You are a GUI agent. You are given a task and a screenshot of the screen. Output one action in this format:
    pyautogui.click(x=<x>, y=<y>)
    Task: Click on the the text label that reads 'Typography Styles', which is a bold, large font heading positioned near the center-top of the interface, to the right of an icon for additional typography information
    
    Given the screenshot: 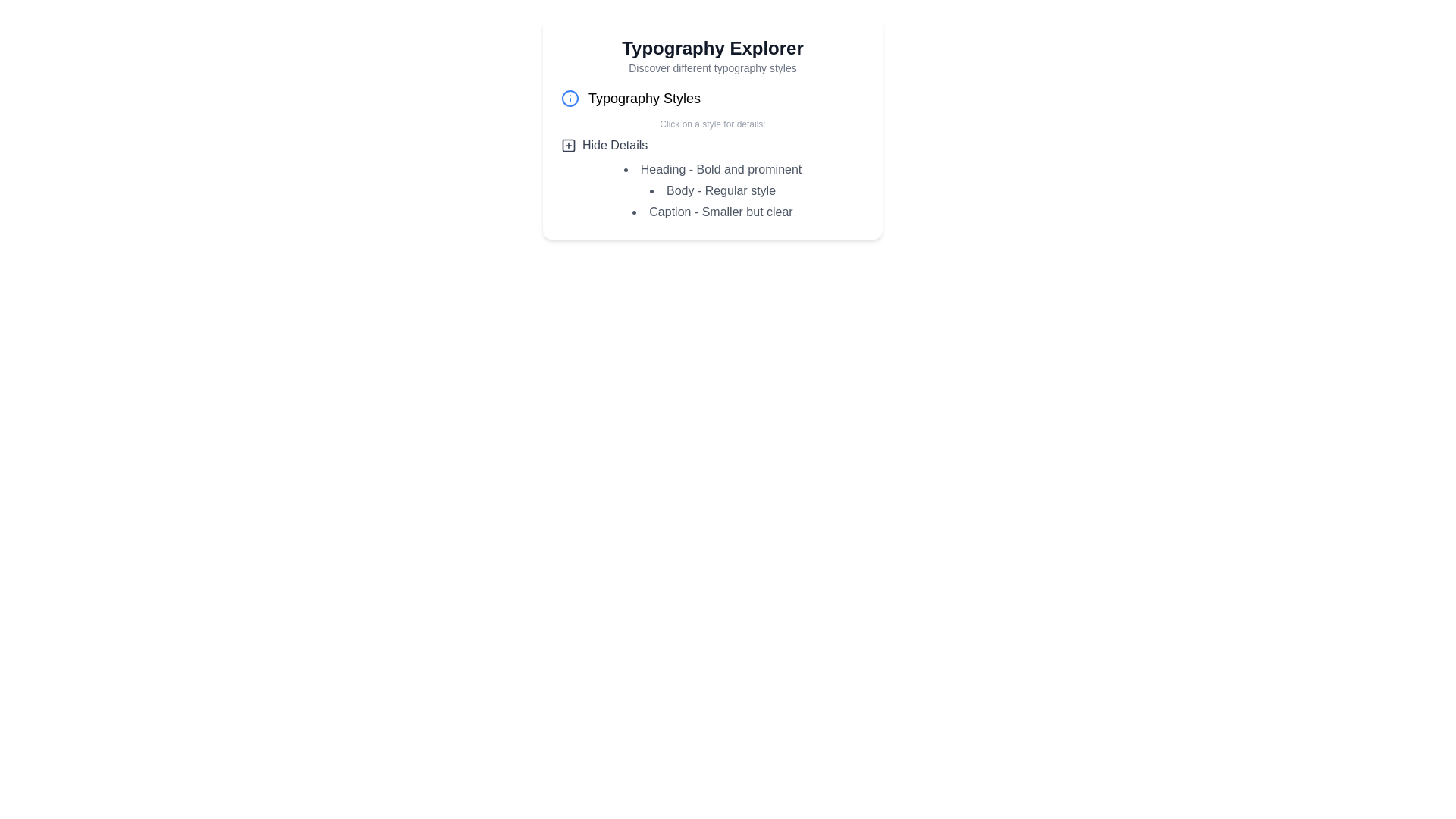 What is the action you would take?
    pyautogui.click(x=644, y=99)
    